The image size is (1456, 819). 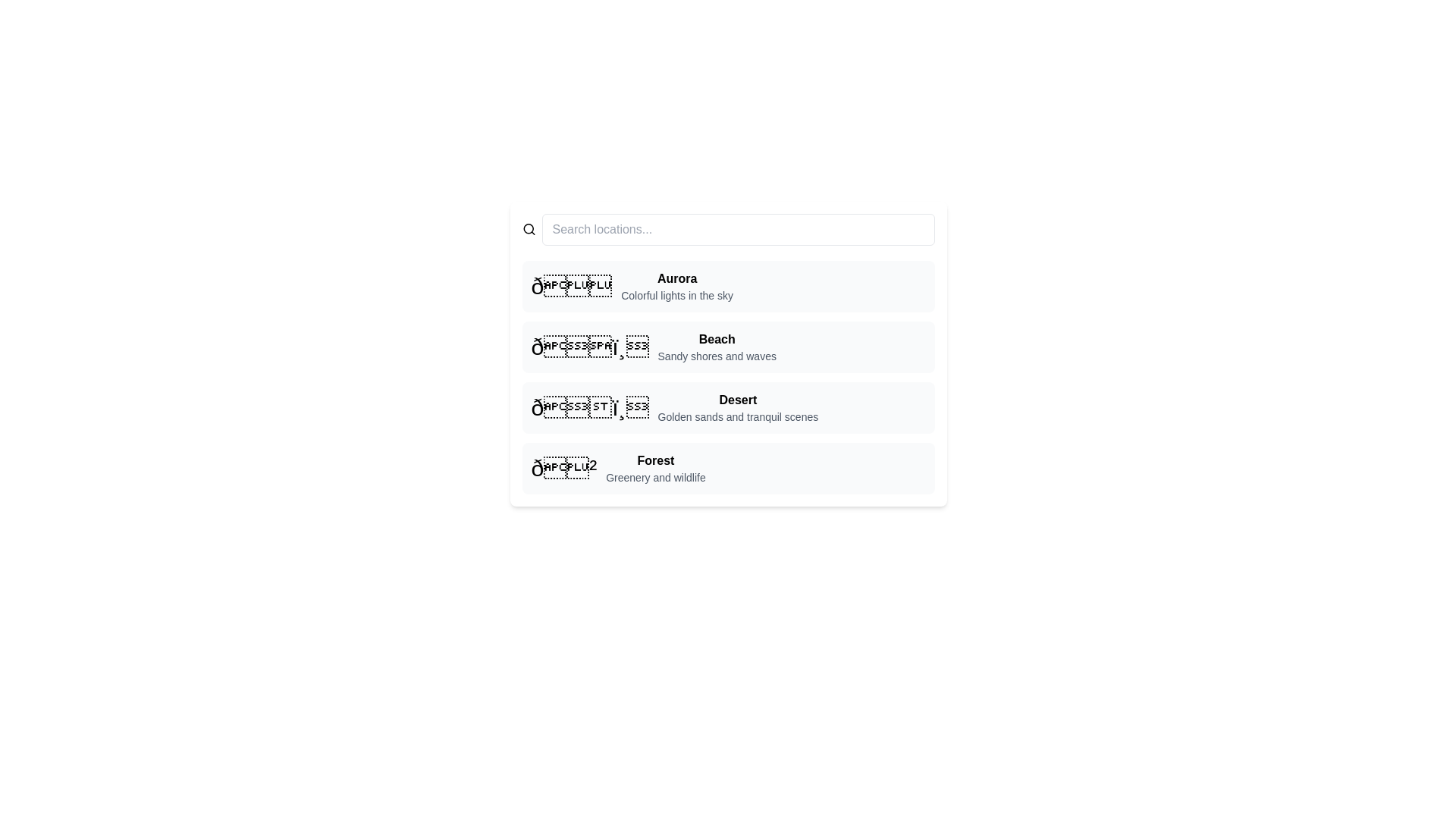 I want to click on the decorative circle element in the search icon located at the left inside the search bar at the top of the interface, so click(x=529, y=229).